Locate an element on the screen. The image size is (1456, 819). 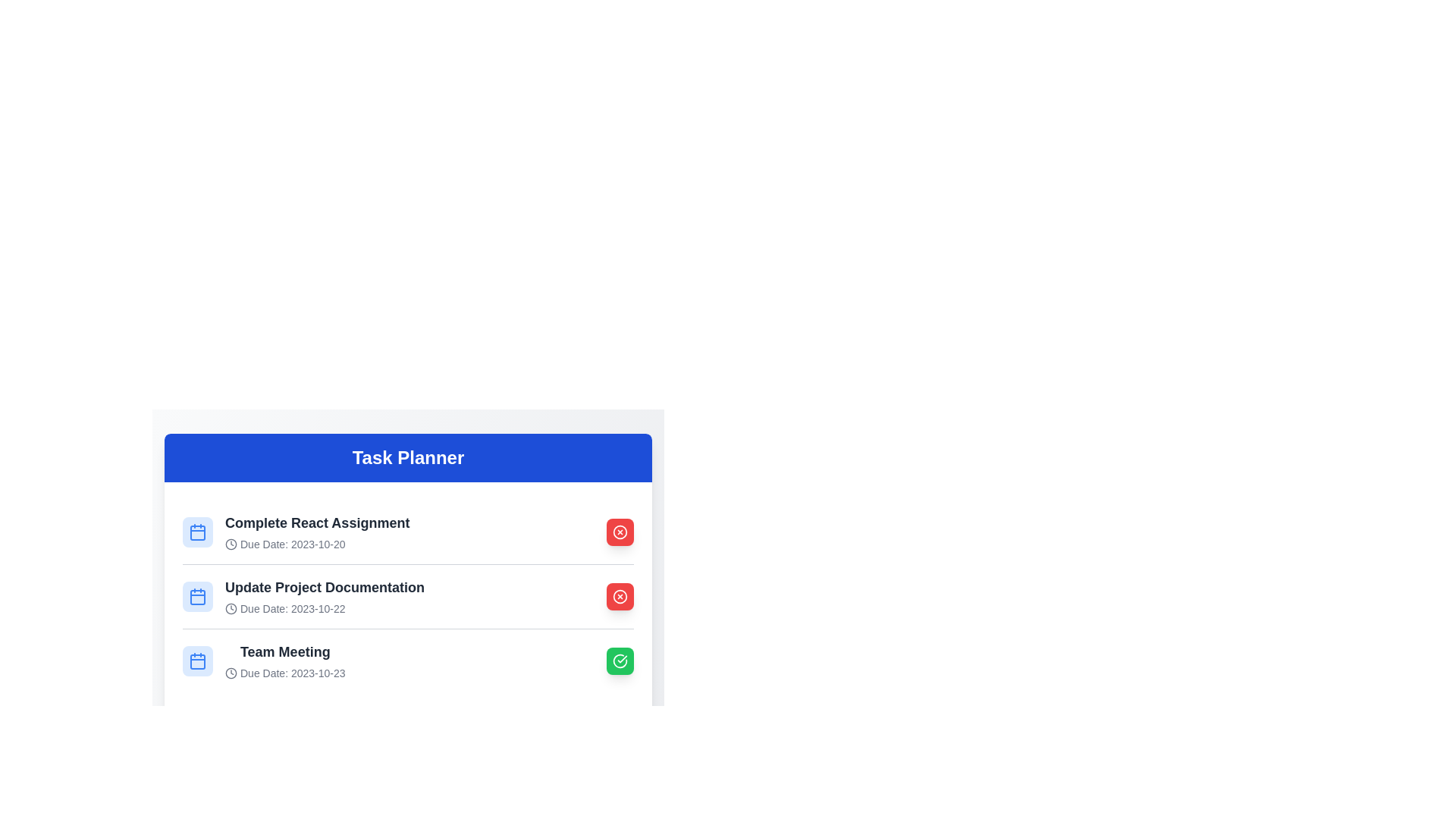
the text display element showing the task title 'Complete React Assignment' and its due date 'Due Date: 2023-10-20', which includes a clock icon to the left is located at coordinates (316, 532).